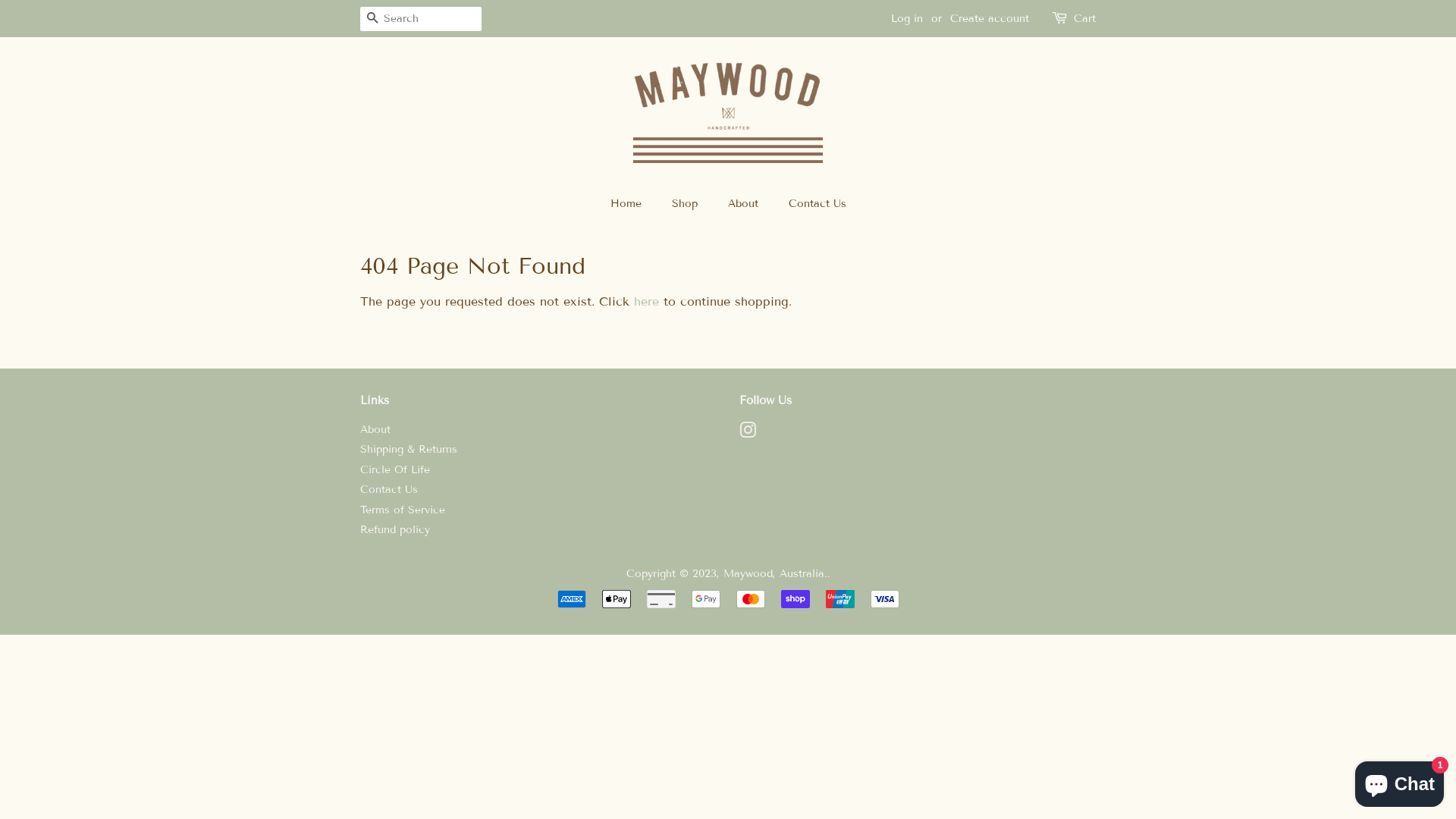 This screenshot has width=1456, height=819. Describe the element at coordinates (395, 469) in the screenshot. I see `'Circle Of Life'` at that location.